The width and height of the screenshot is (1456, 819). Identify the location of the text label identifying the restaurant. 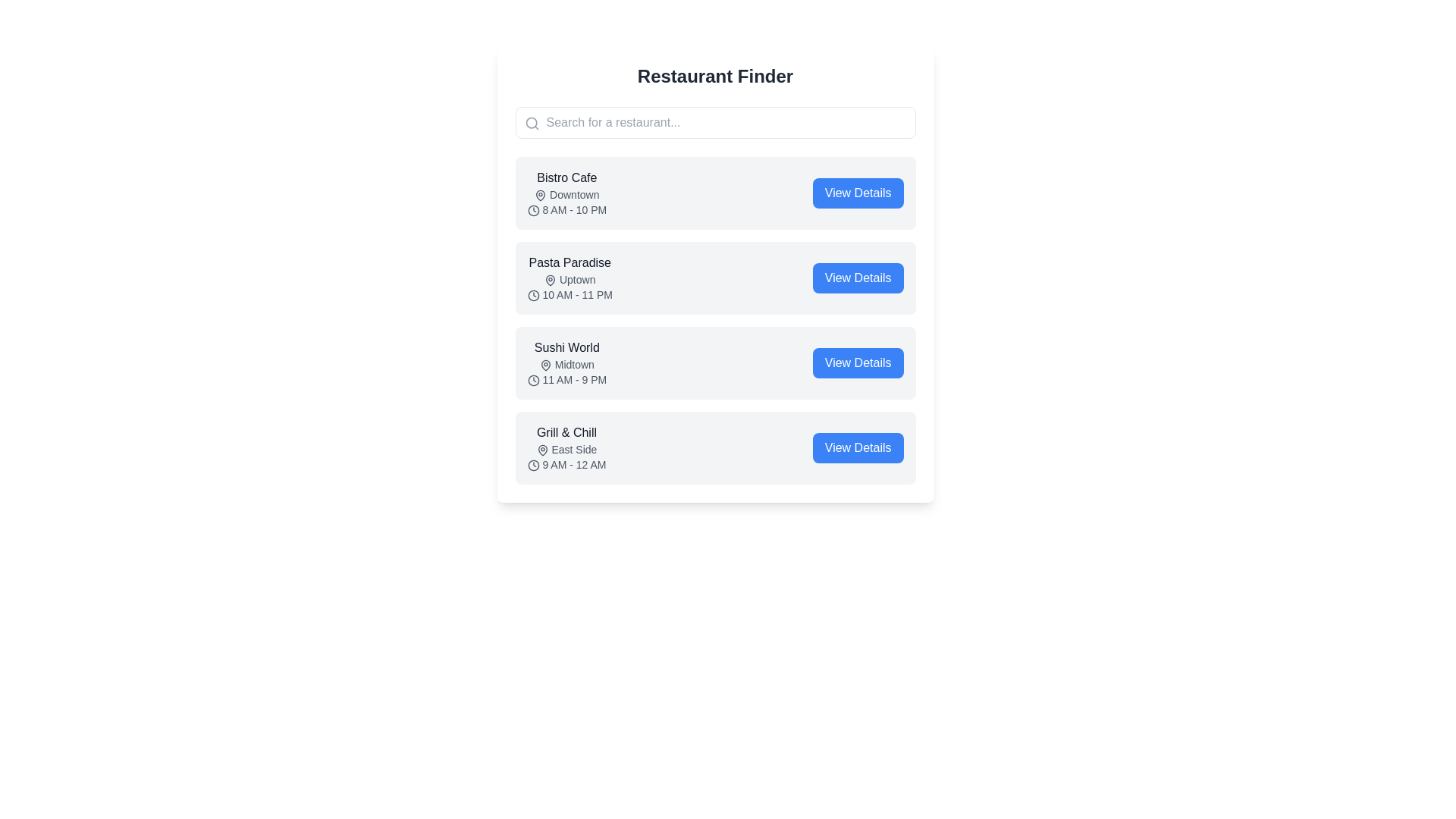
(566, 177).